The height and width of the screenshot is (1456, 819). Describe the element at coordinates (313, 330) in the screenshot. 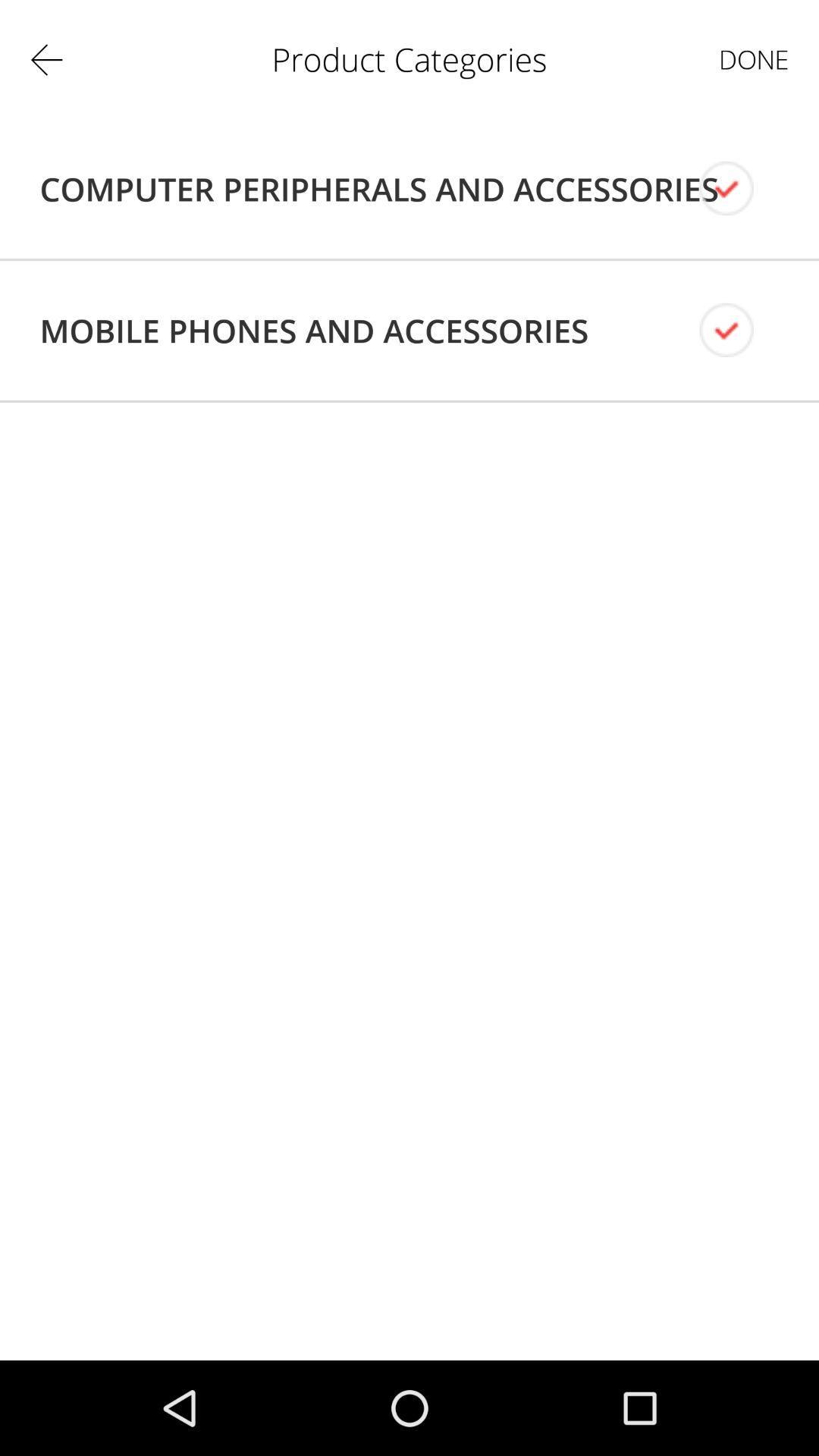

I see `mobile phones and` at that location.